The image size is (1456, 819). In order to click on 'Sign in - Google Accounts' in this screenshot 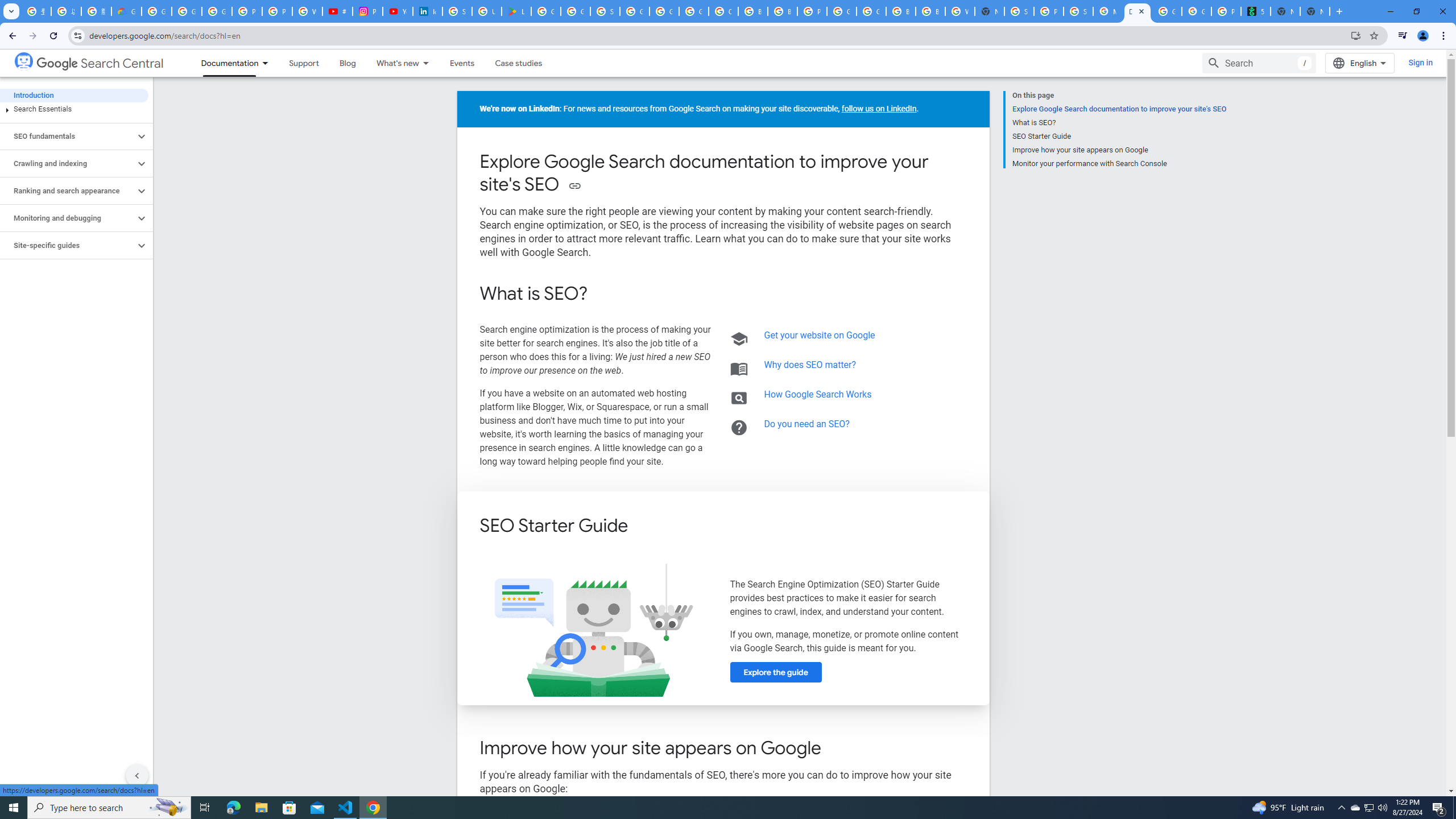, I will do `click(605, 11)`.